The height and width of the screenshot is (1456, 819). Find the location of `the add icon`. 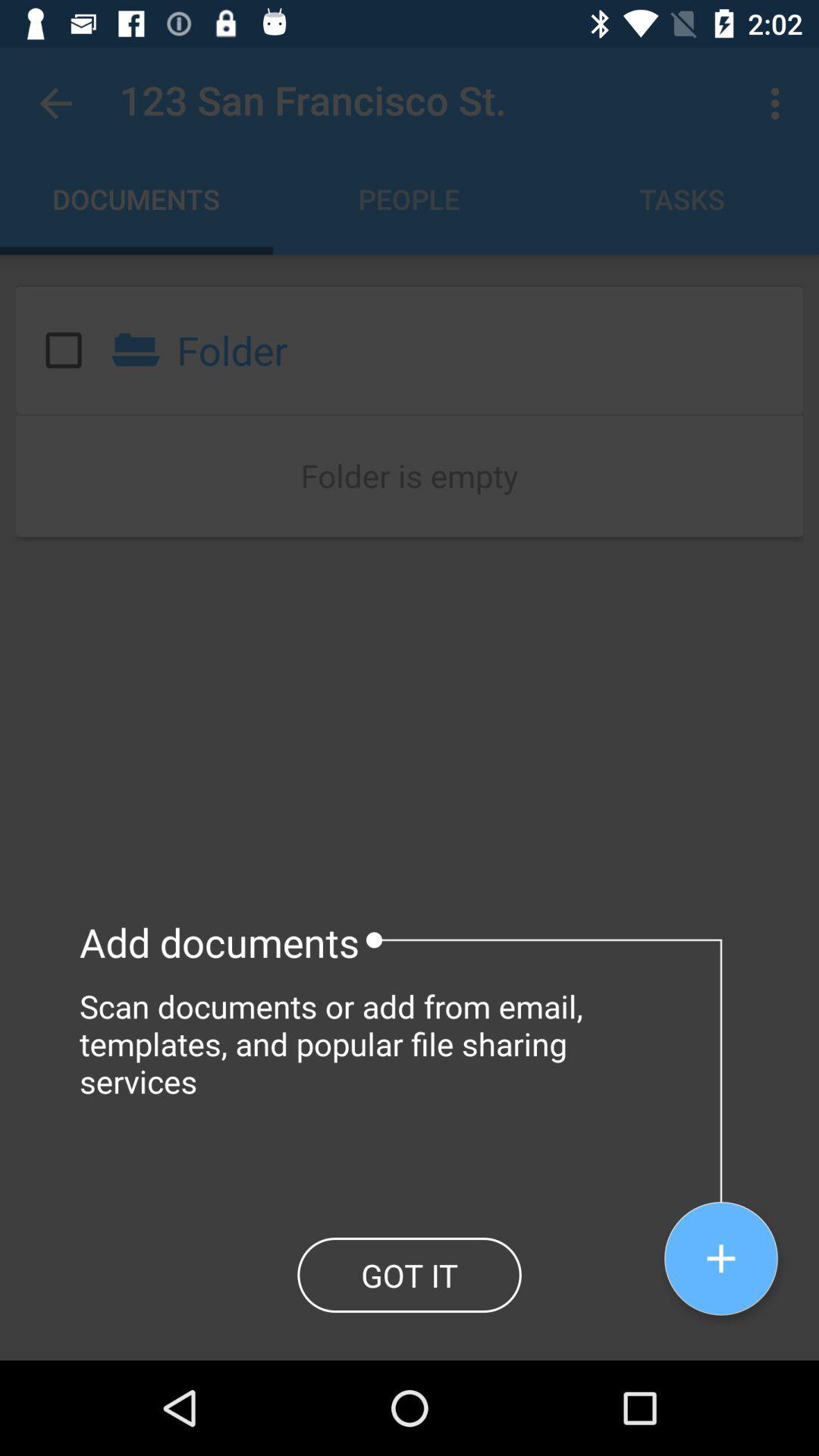

the add icon is located at coordinates (720, 1258).